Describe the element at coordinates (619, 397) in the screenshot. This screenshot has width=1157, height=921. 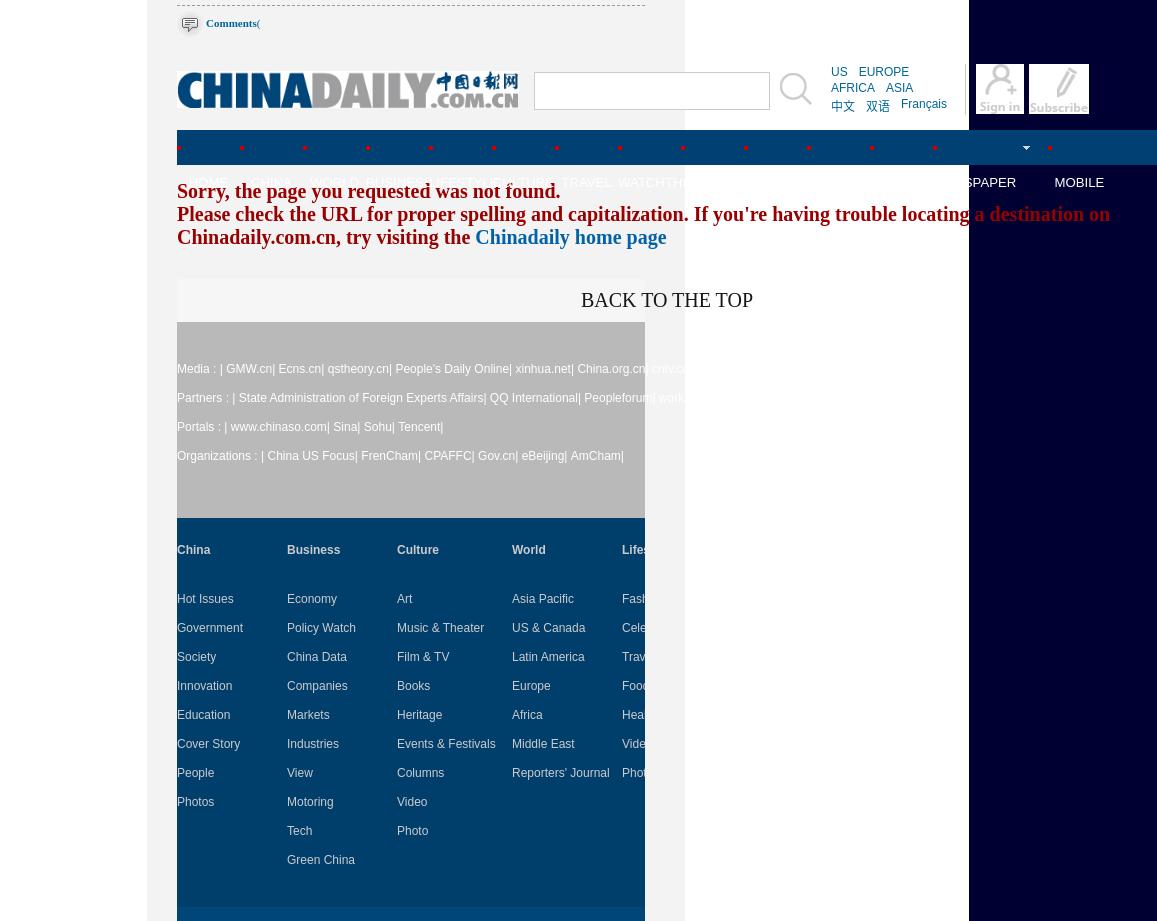
I see `'Peopleforum|'` at that location.